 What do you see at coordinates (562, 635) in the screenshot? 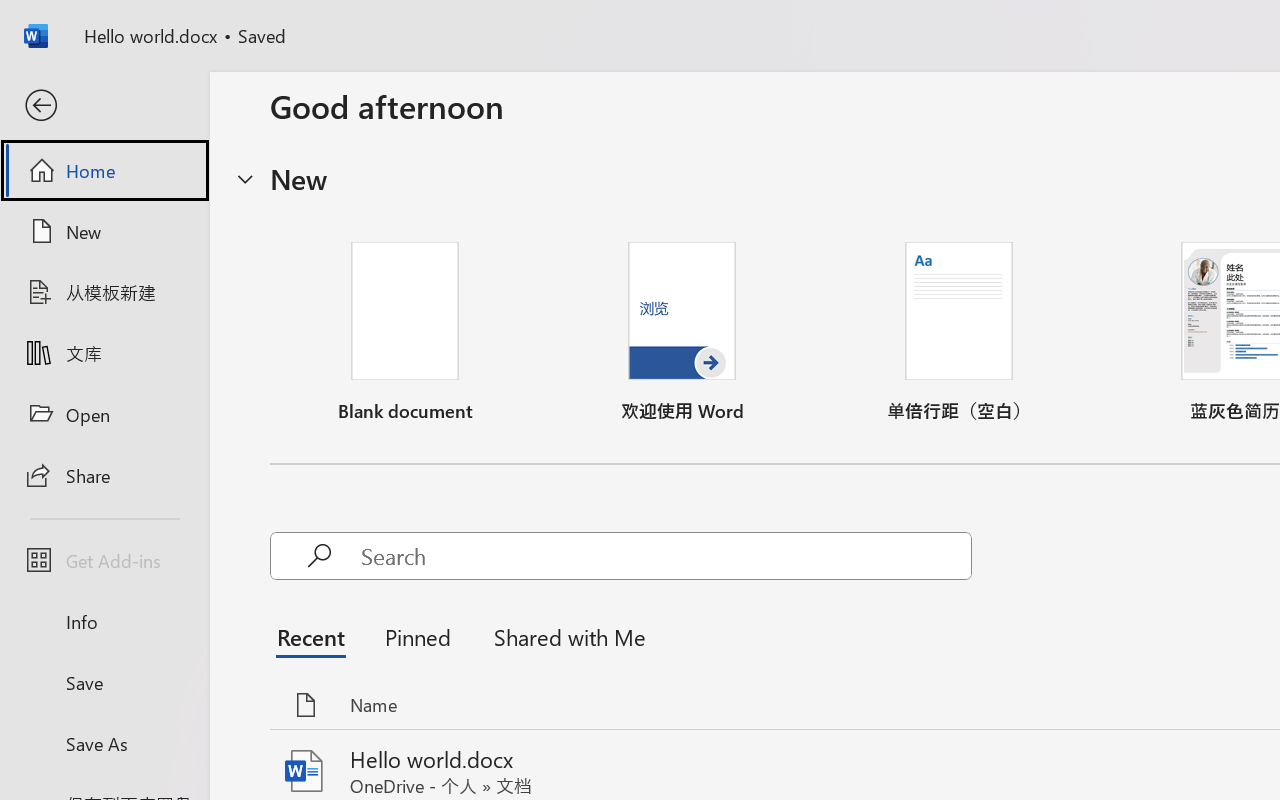
I see `'Shared with Me'` at bounding box center [562, 635].